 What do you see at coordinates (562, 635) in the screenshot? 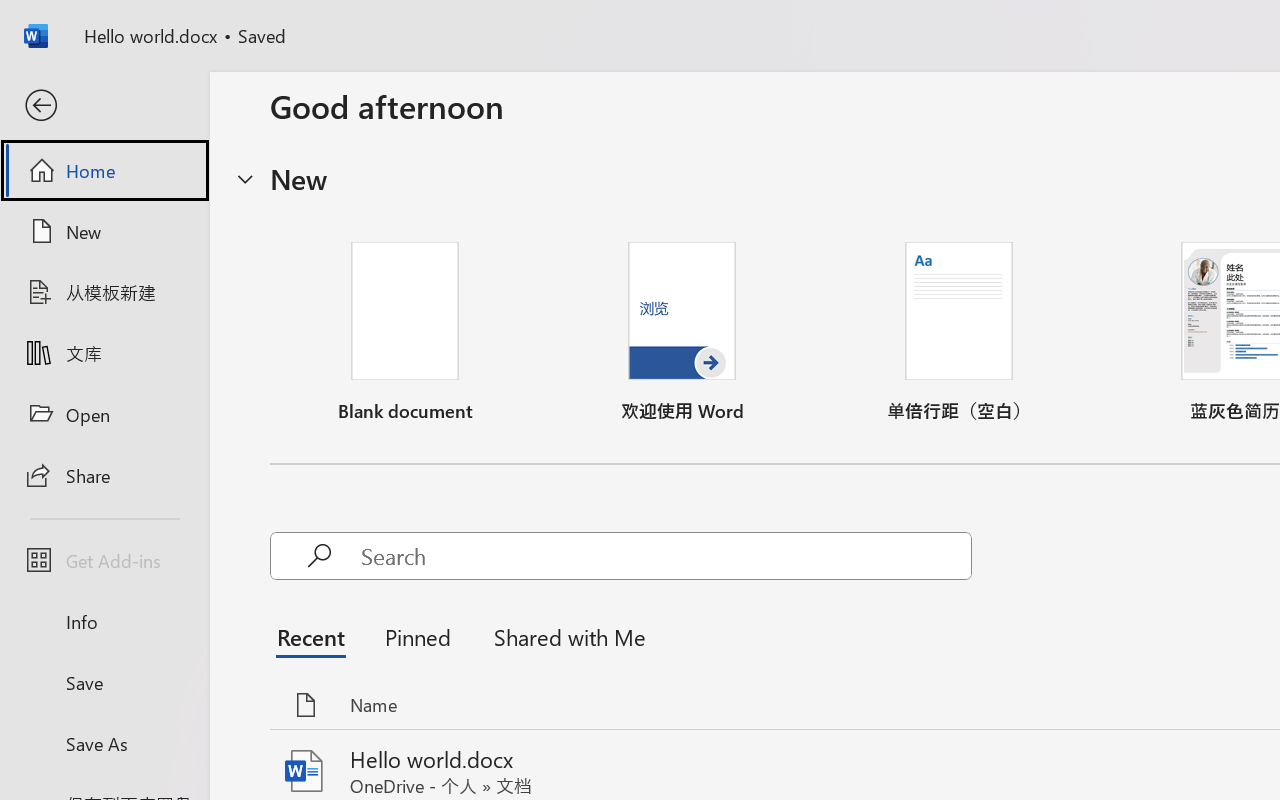
I see `'Shared with Me'` at bounding box center [562, 635].